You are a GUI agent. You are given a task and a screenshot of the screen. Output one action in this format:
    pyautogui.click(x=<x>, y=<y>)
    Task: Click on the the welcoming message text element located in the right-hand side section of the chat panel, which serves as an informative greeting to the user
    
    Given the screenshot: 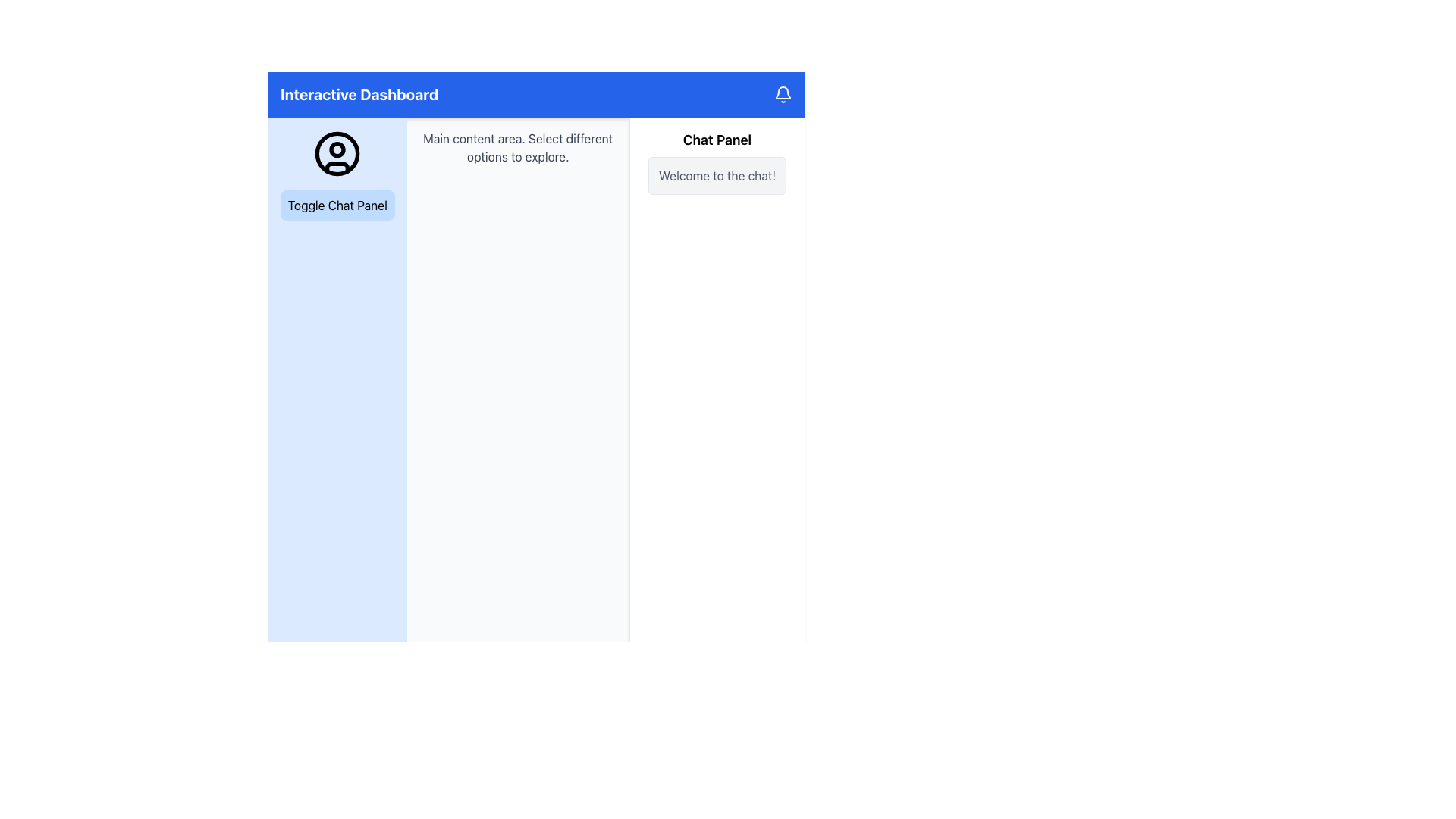 What is the action you would take?
    pyautogui.click(x=716, y=174)
    